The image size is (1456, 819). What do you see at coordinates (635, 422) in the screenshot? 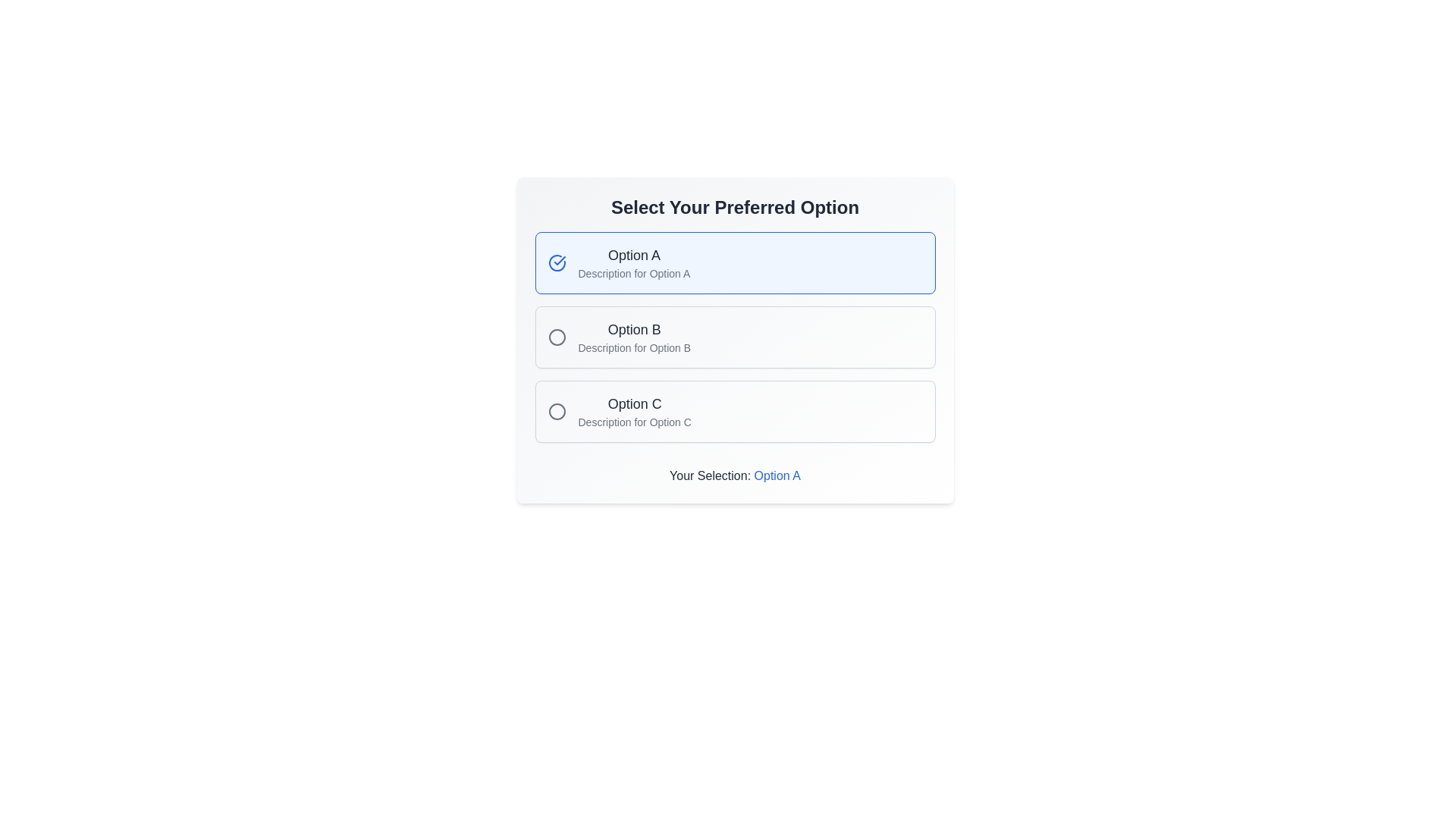
I see `information provided by the static text label located directly below the 'Option C' selection, which offers clarification about this option` at bounding box center [635, 422].